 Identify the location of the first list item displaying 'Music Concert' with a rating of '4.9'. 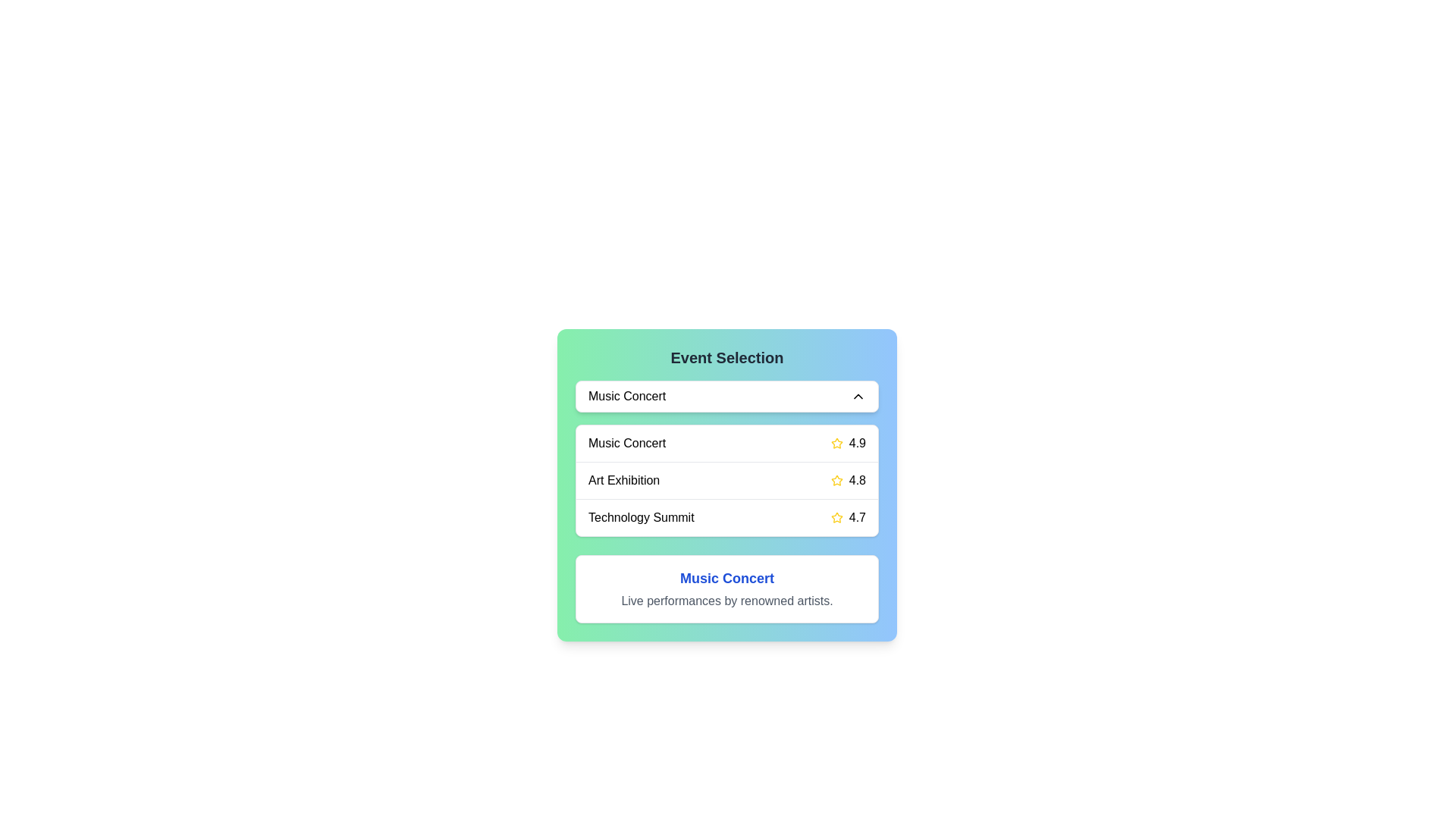
(726, 444).